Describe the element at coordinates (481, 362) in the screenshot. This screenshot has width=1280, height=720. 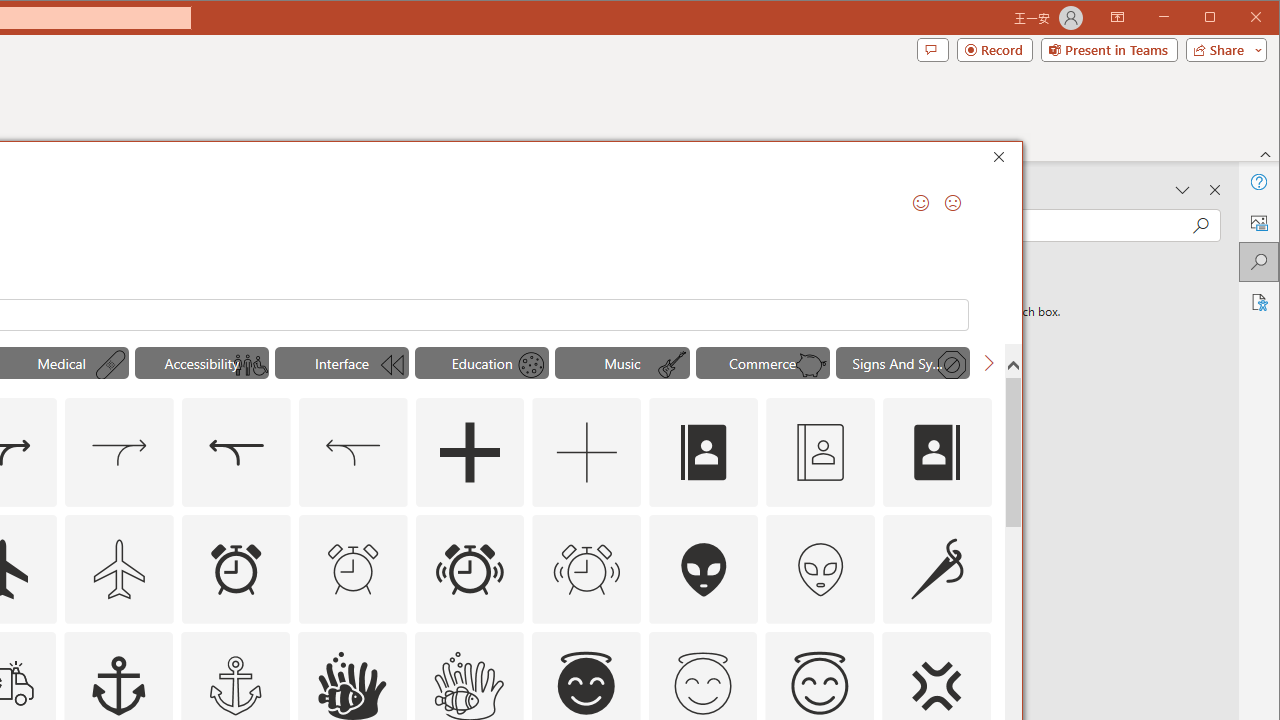
I see `'"Education" Icons.'` at that location.